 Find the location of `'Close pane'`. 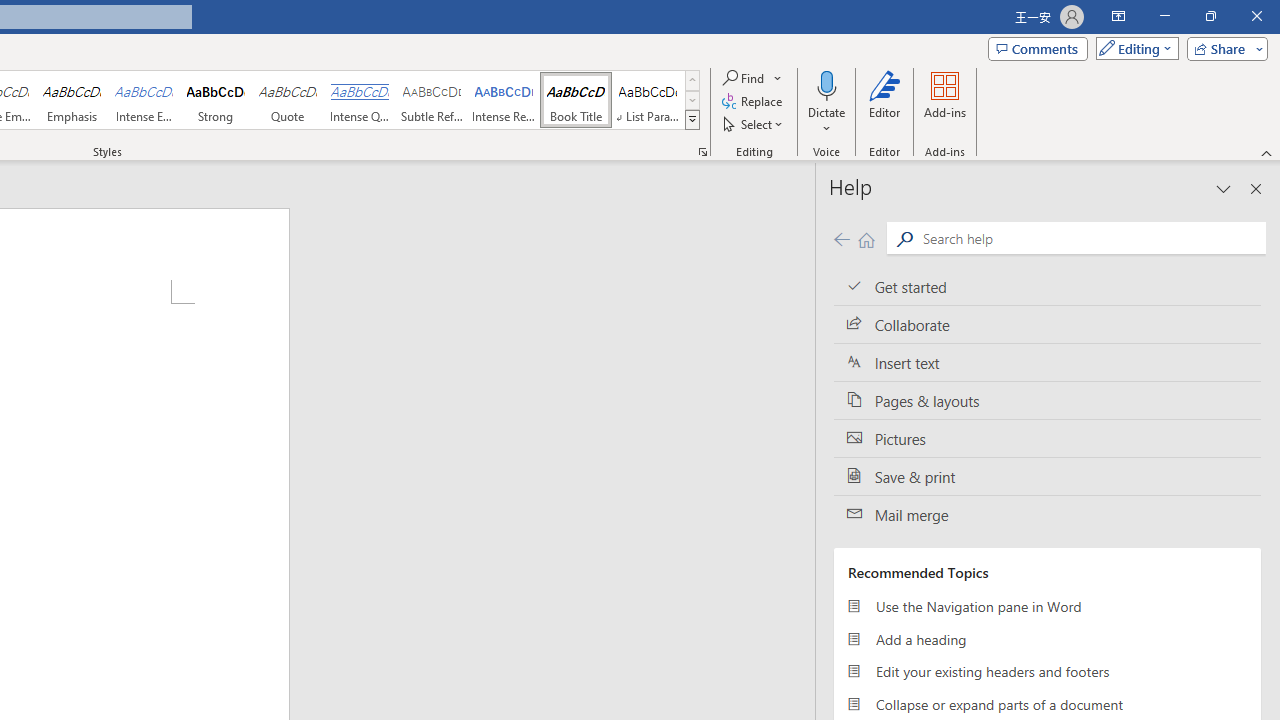

'Close pane' is located at coordinates (1255, 189).